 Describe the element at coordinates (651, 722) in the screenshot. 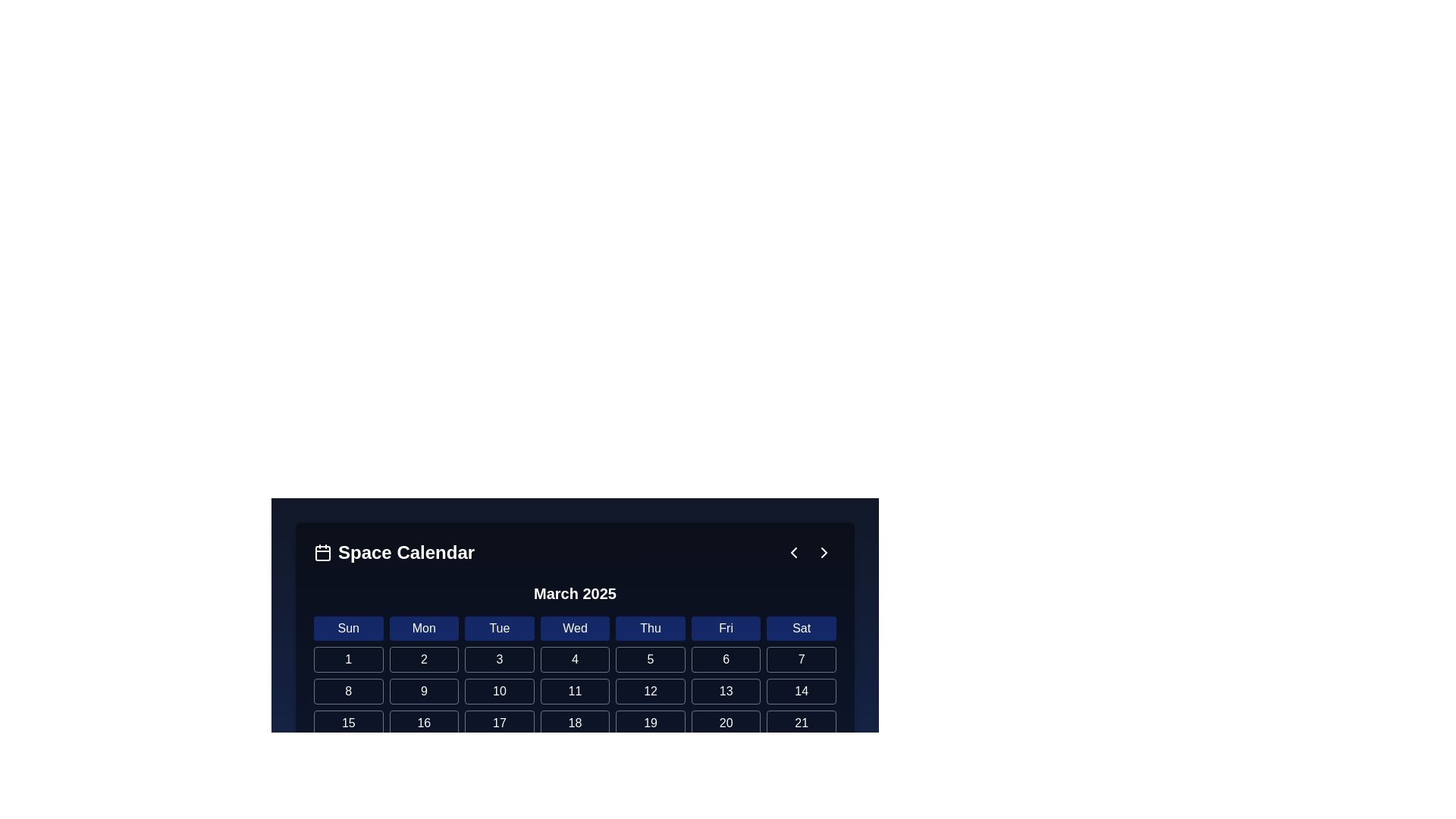

I see `text on the calendar day cell representing the 19th of March 2025, located in the seventh column of the fourth row` at that location.